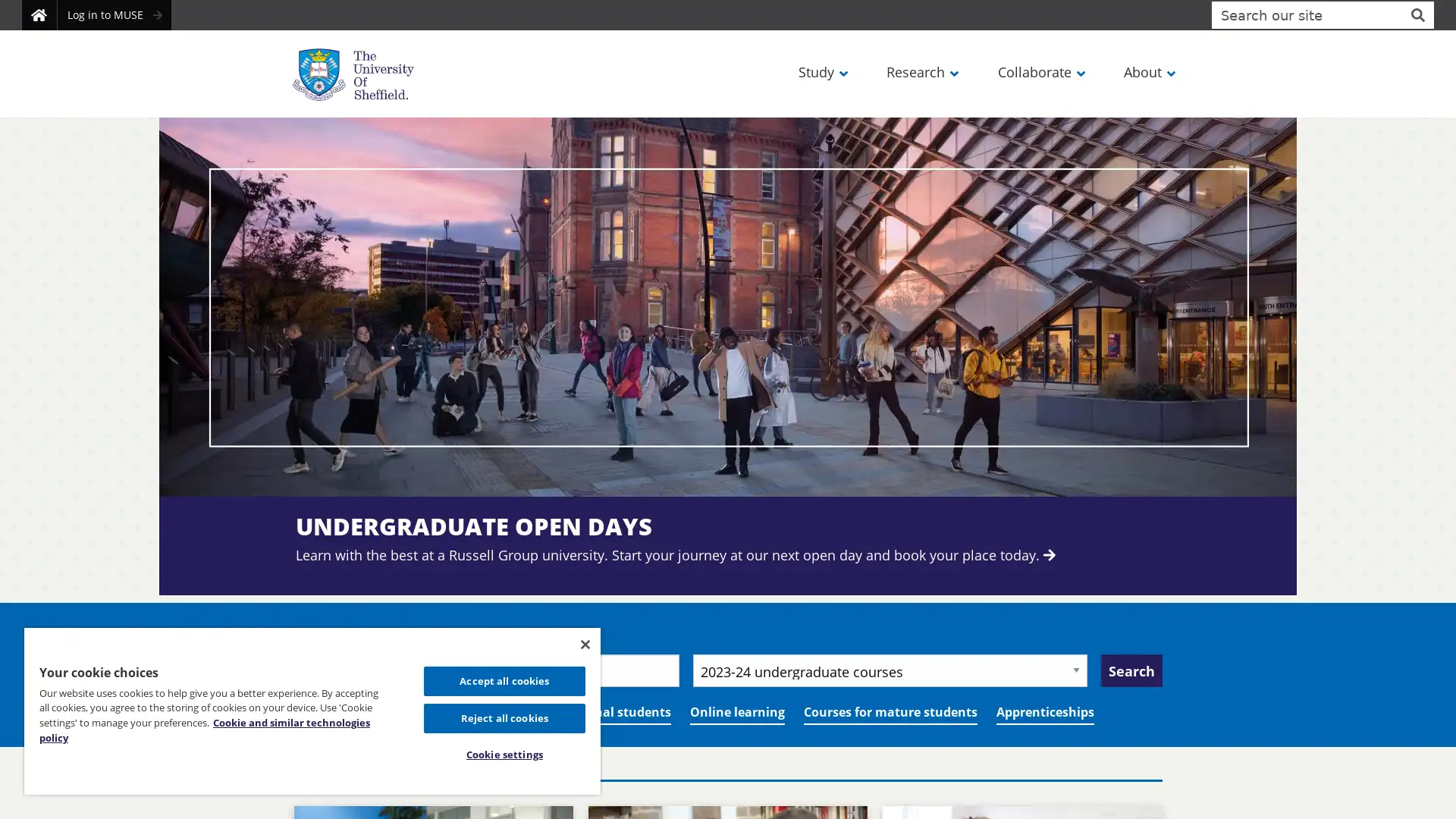 The height and width of the screenshot is (819, 1456). I want to click on Close, so click(584, 643).